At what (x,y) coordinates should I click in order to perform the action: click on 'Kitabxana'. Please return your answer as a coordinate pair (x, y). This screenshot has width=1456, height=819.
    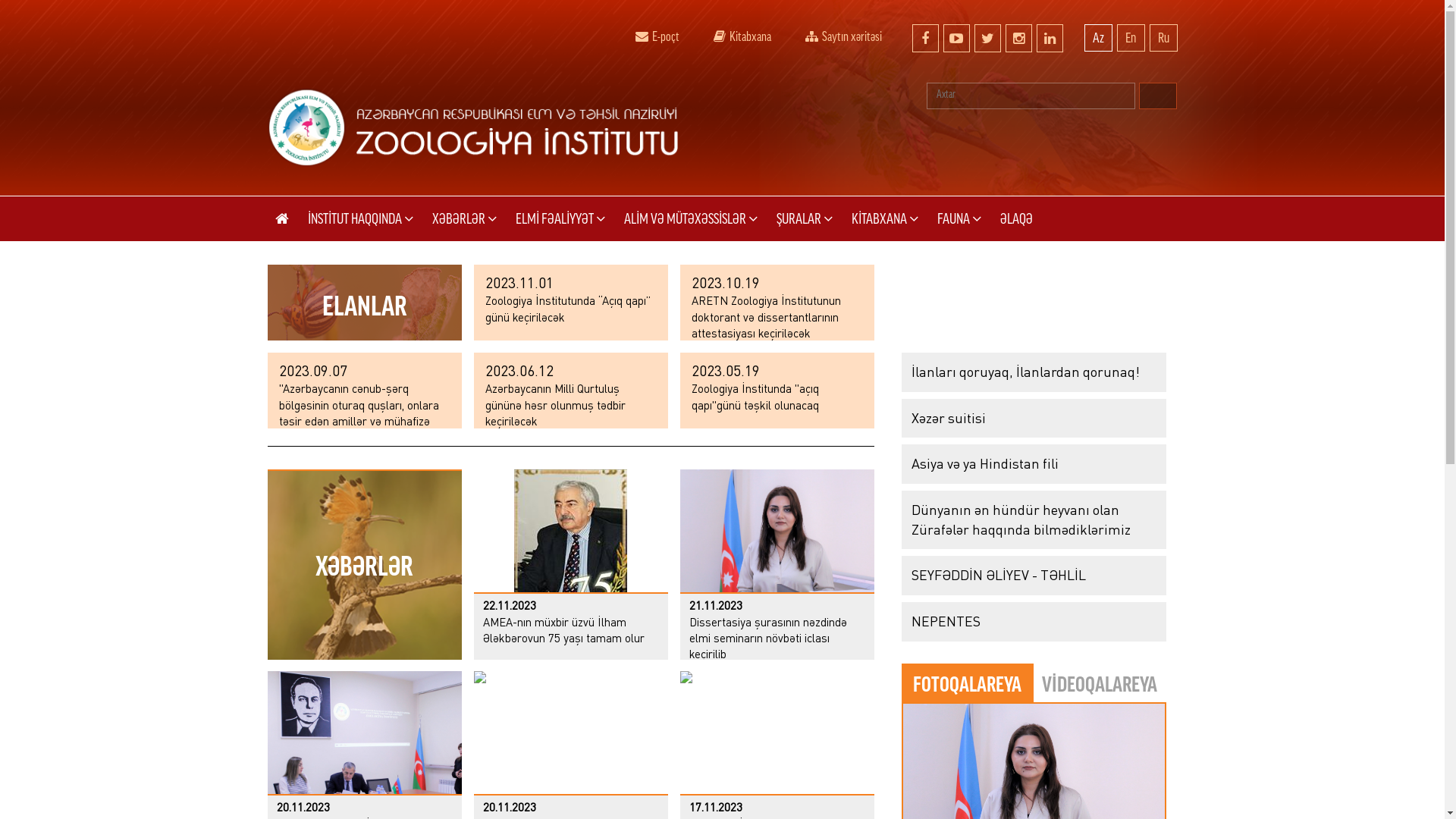
    Looking at the image, I should click on (742, 34).